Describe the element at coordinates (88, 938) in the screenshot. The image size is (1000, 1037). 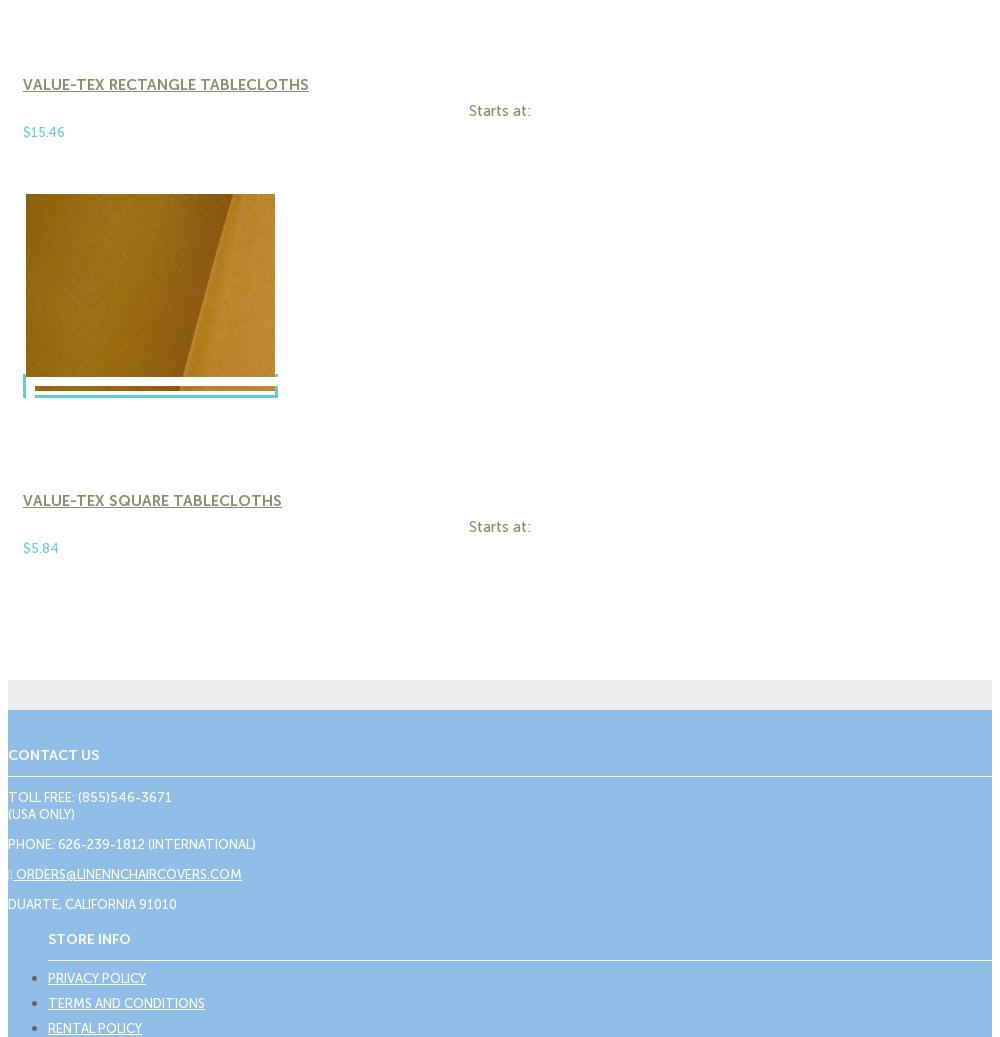
I see `'Store Info'` at that location.